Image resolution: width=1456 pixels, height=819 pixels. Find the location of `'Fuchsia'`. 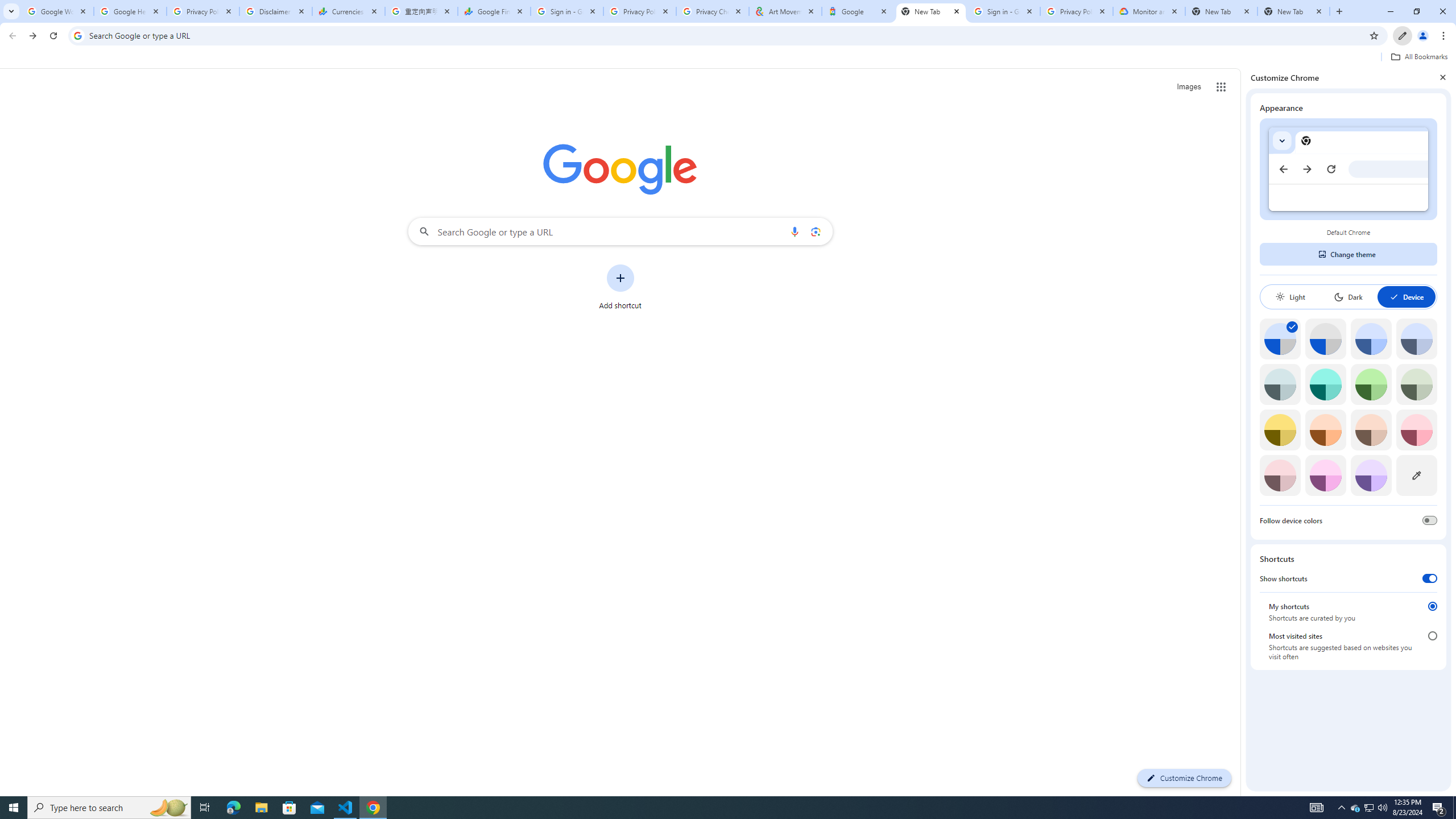

'Fuchsia' is located at coordinates (1325, 475).